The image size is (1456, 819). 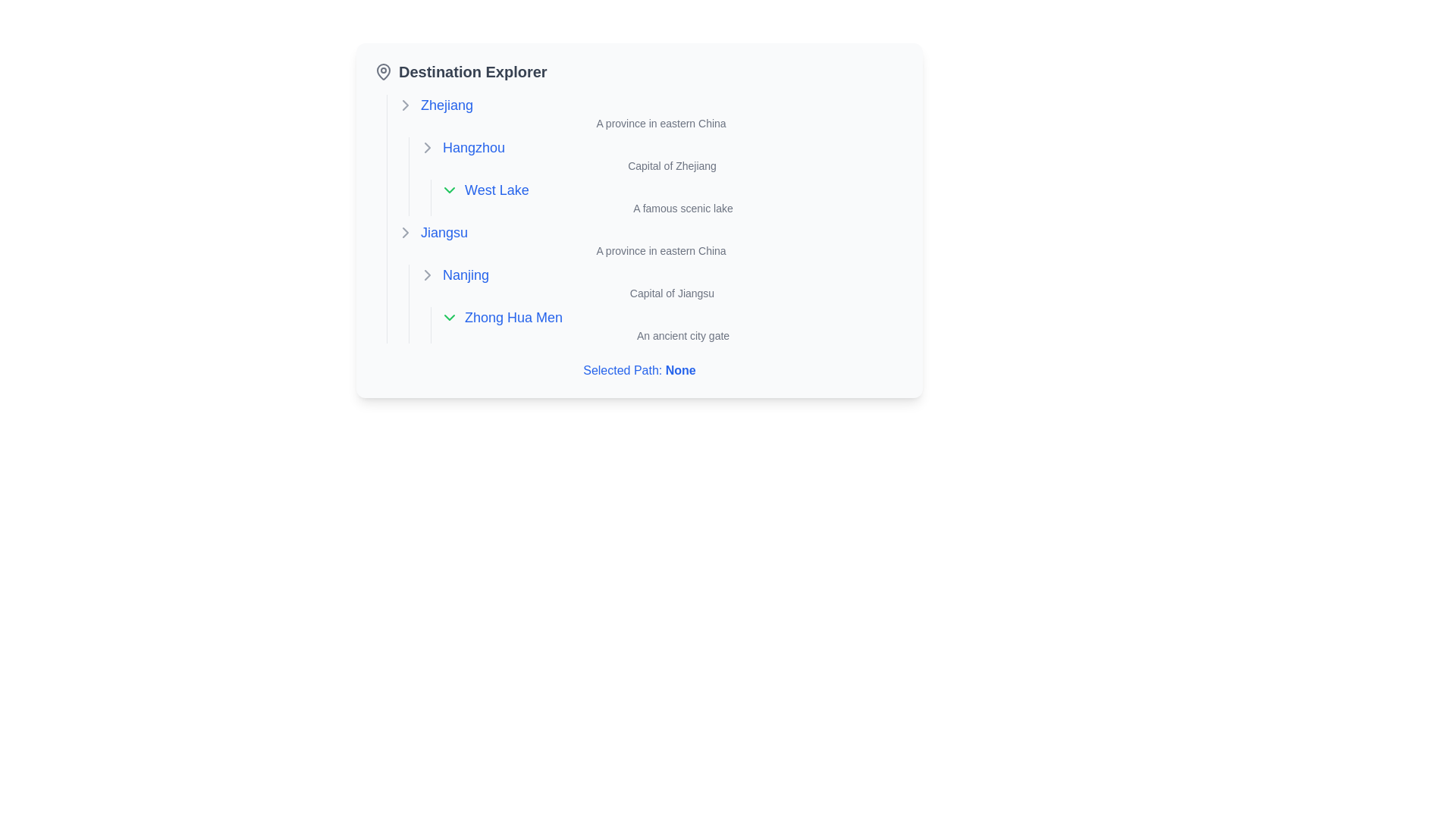 I want to click on the map pin icon representing the location or point of interest next to the 'Destination Explorer' heading, so click(x=383, y=71).